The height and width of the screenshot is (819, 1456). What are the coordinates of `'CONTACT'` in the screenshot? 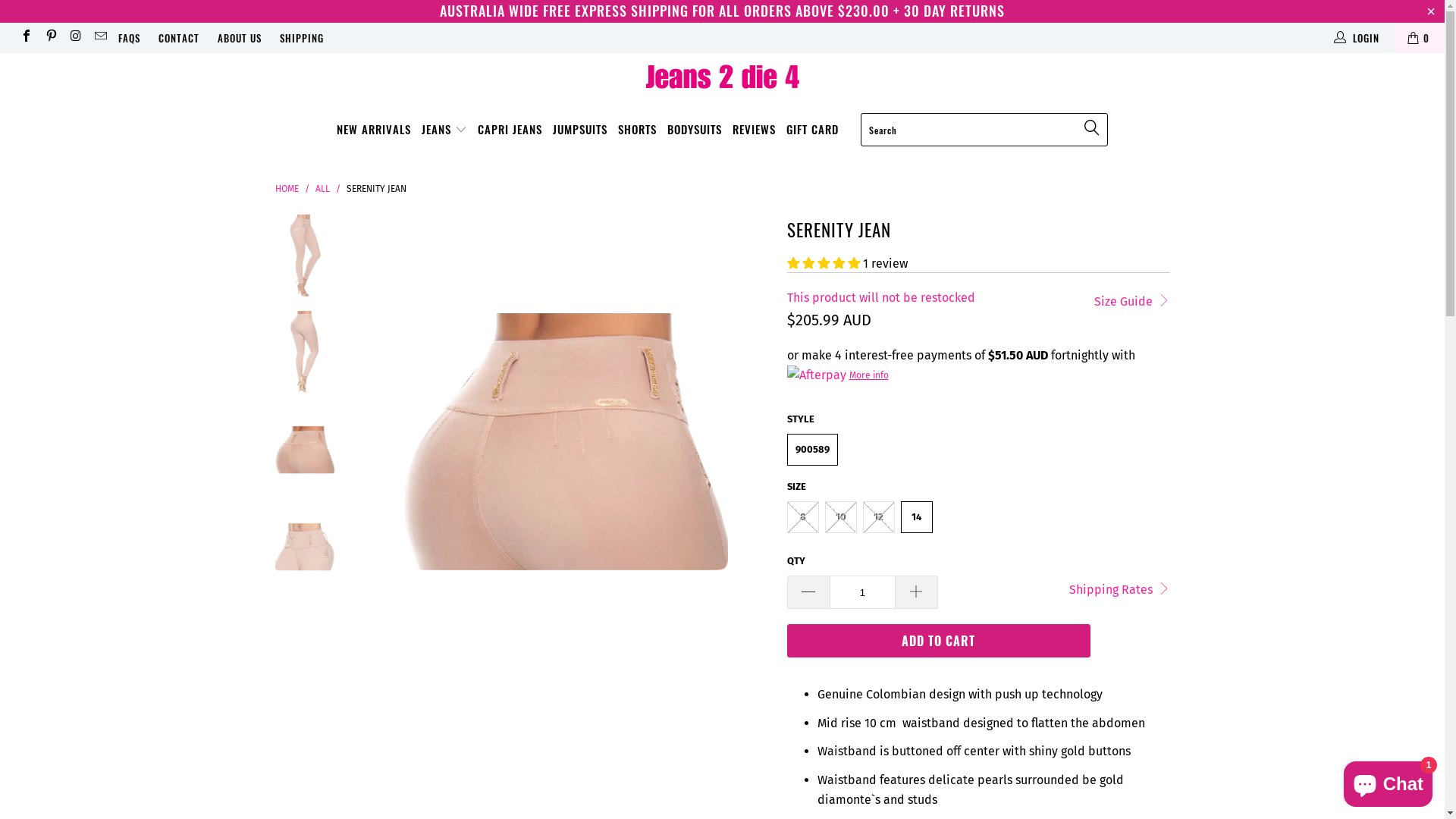 It's located at (178, 37).